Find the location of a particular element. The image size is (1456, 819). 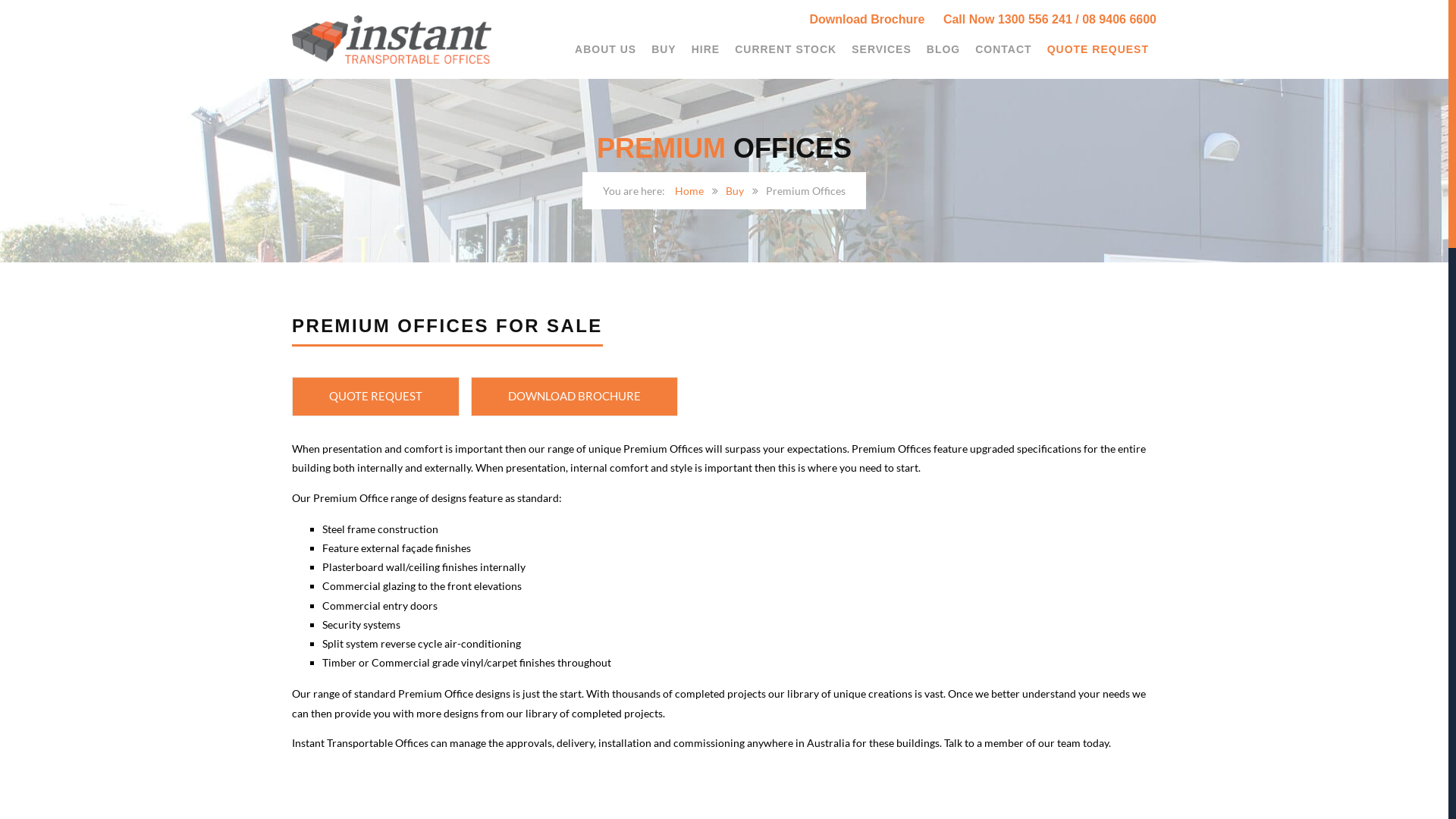

'QUOTE REQUEST' is located at coordinates (375, 396).